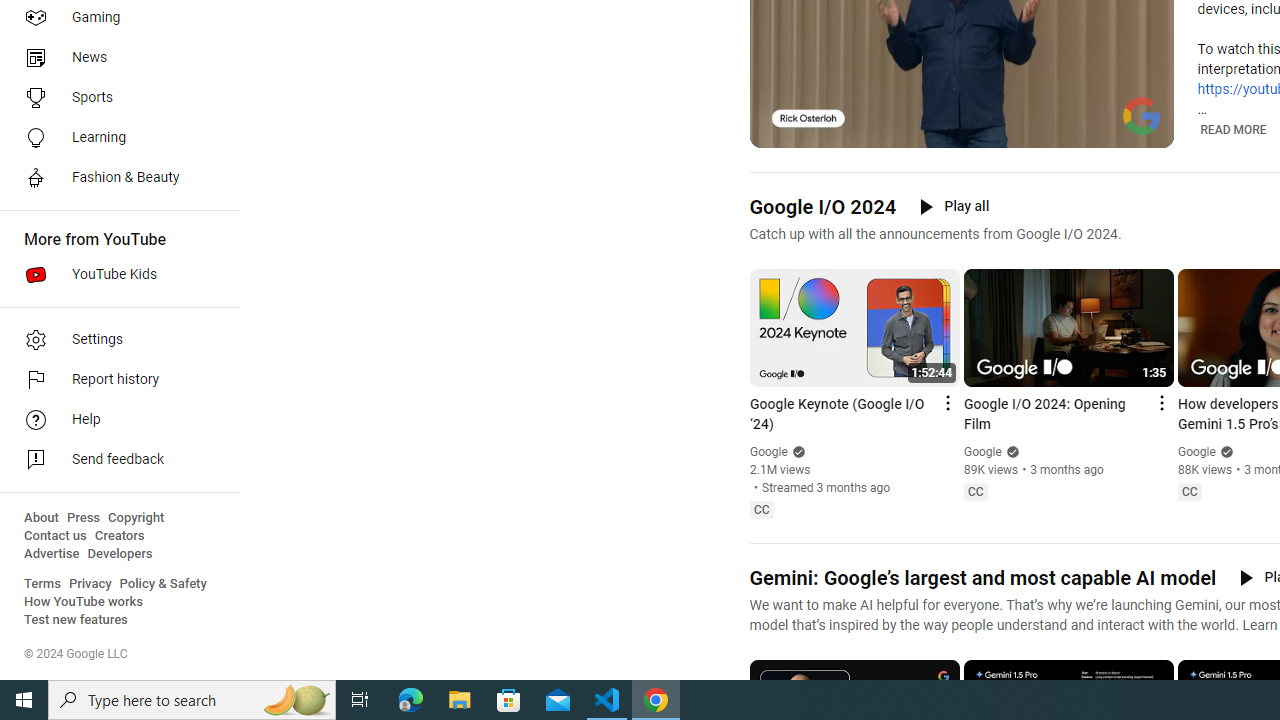  I want to click on 'Sports', so click(112, 97).